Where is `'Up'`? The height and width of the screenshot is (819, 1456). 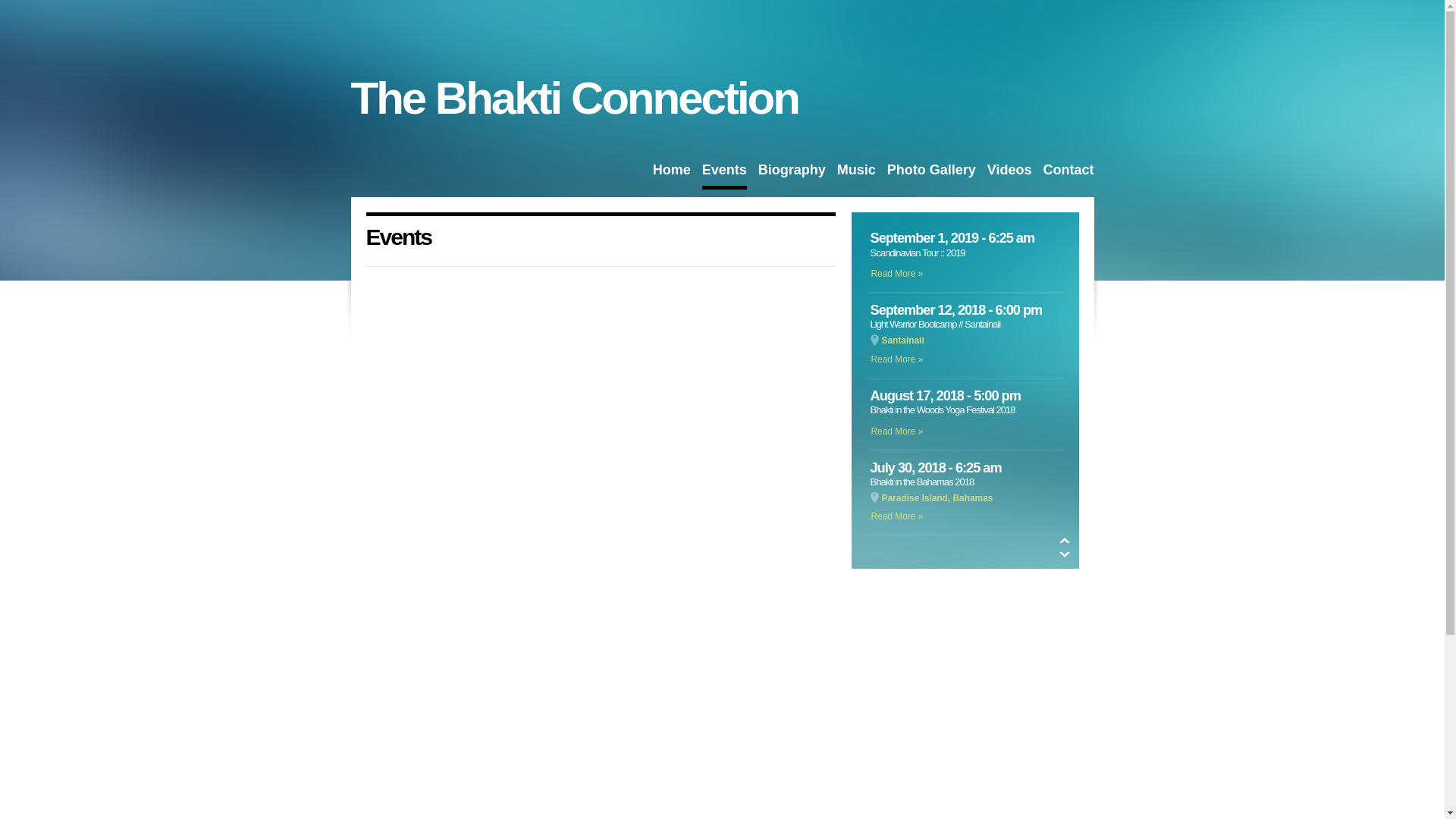
'Up' is located at coordinates (1058, 539).